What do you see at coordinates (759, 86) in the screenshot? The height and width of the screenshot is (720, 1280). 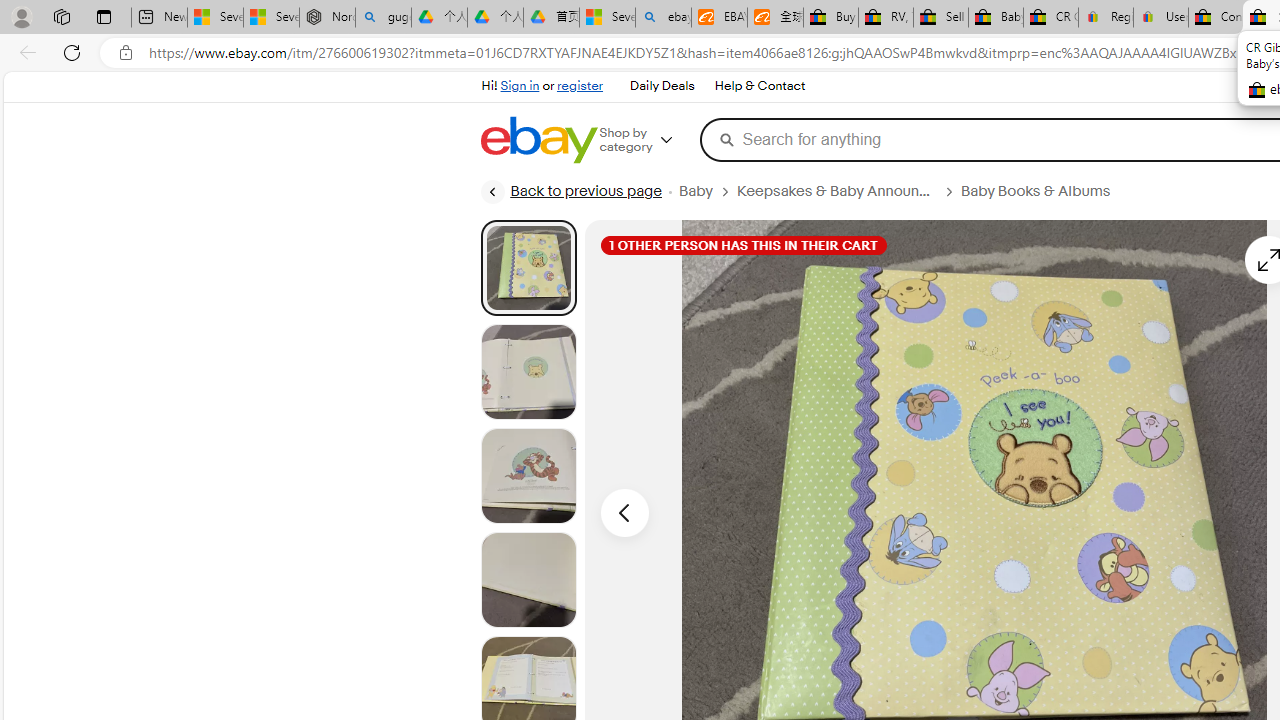 I see `'Help & Contact'` at bounding box center [759, 86].